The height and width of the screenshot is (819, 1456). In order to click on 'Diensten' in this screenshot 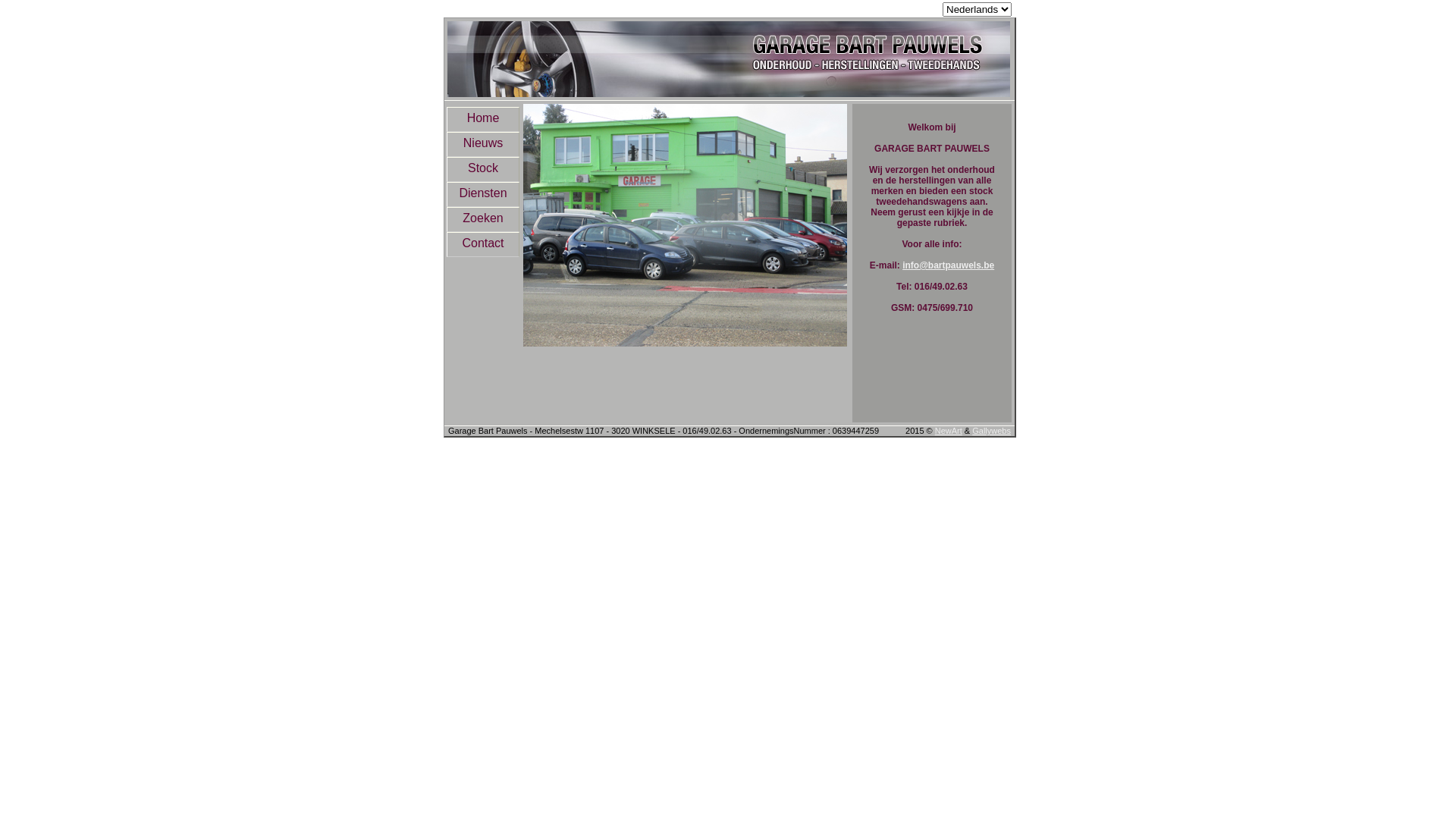, I will do `click(482, 193)`.